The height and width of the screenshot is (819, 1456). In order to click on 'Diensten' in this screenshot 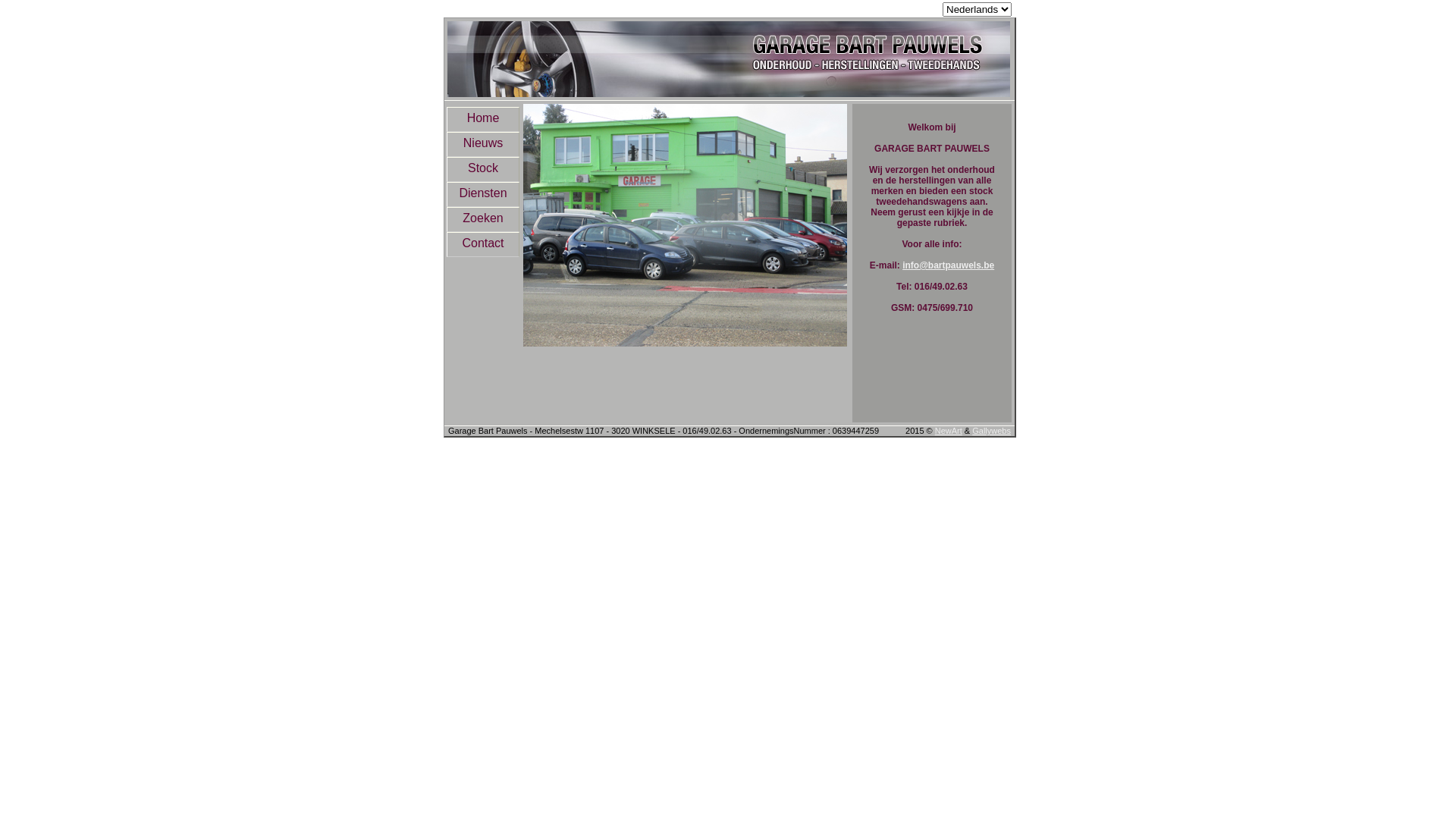, I will do `click(482, 193)`.